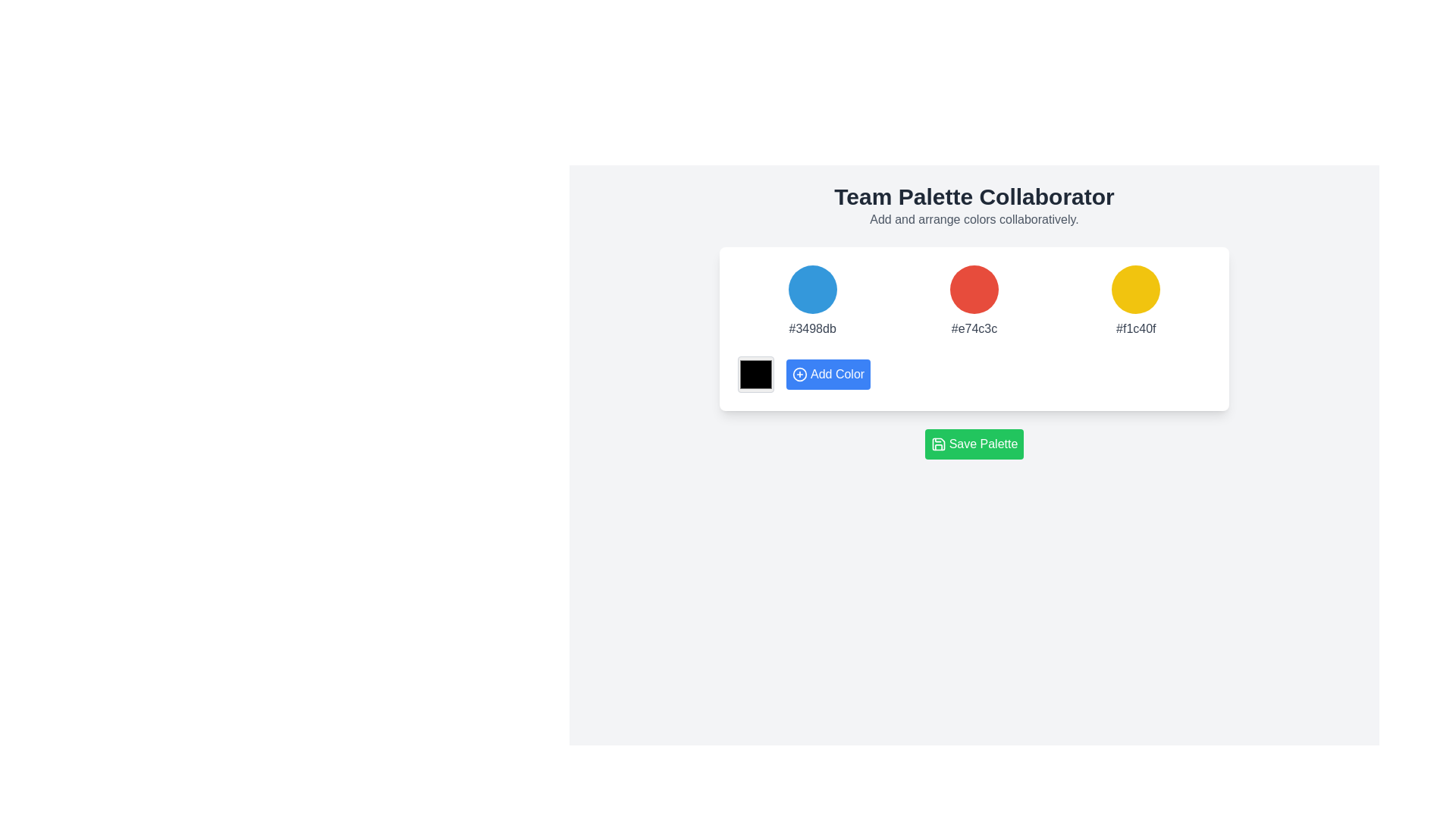 The width and height of the screenshot is (1456, 819). Describe the element at coordinates (827, 374) in the screenshot. I see `the button located below the black square color box` at that location.